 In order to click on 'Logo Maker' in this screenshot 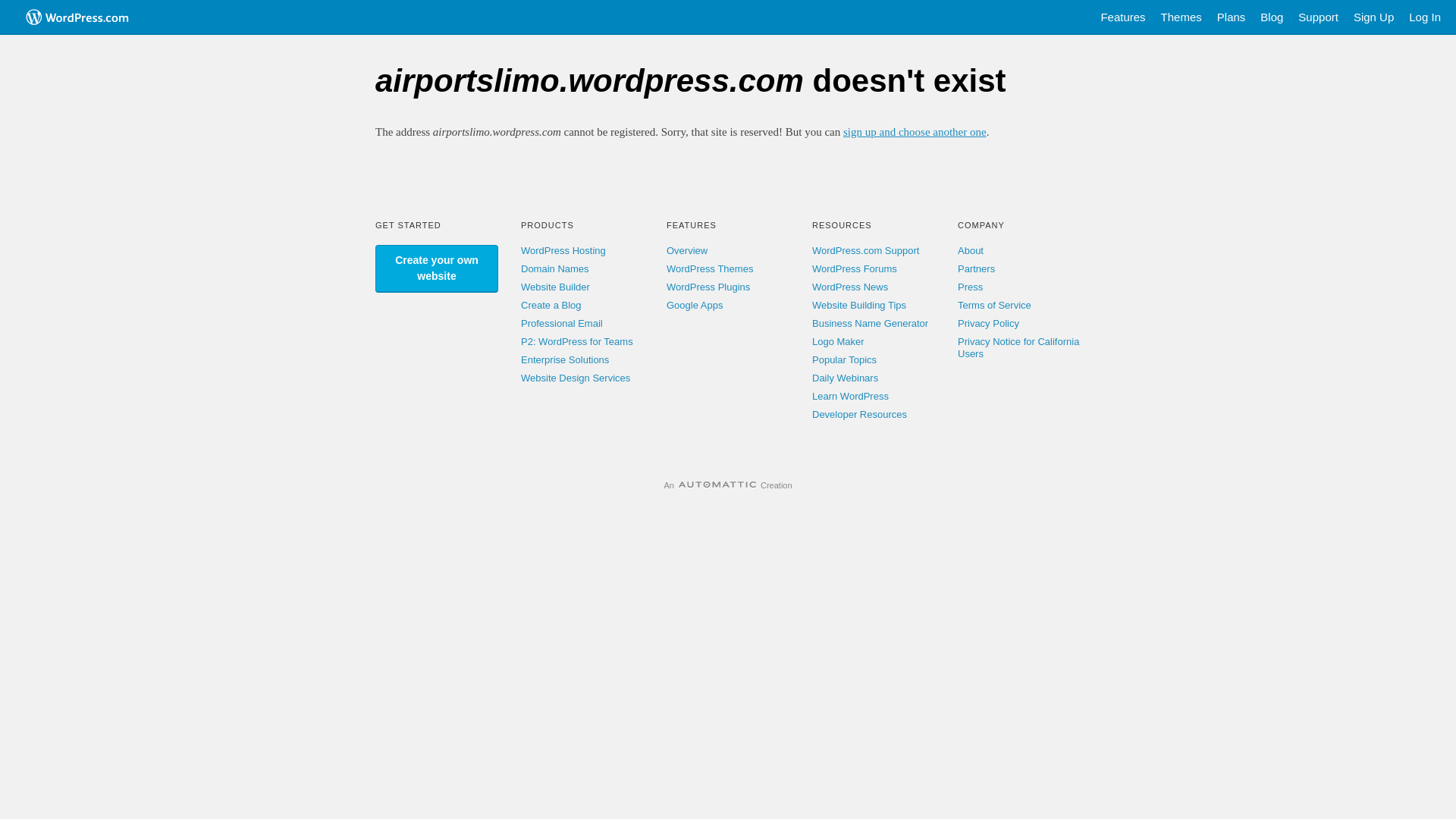, I will do `click(837, 341)`.